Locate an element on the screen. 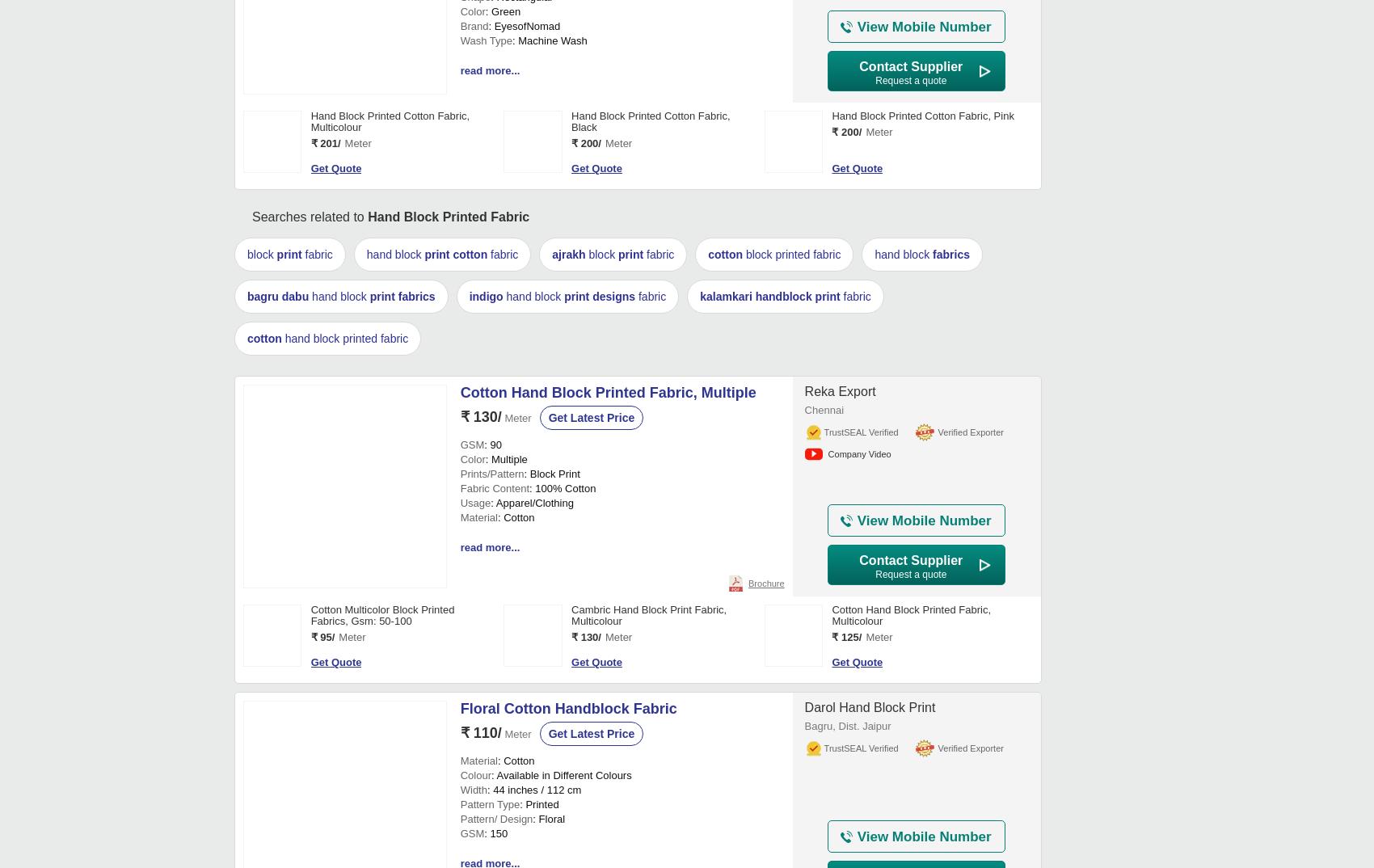 The height and width of the screenshot is (868, 1374). 'hand block printed fabric' is located at coordinates (344, 834).